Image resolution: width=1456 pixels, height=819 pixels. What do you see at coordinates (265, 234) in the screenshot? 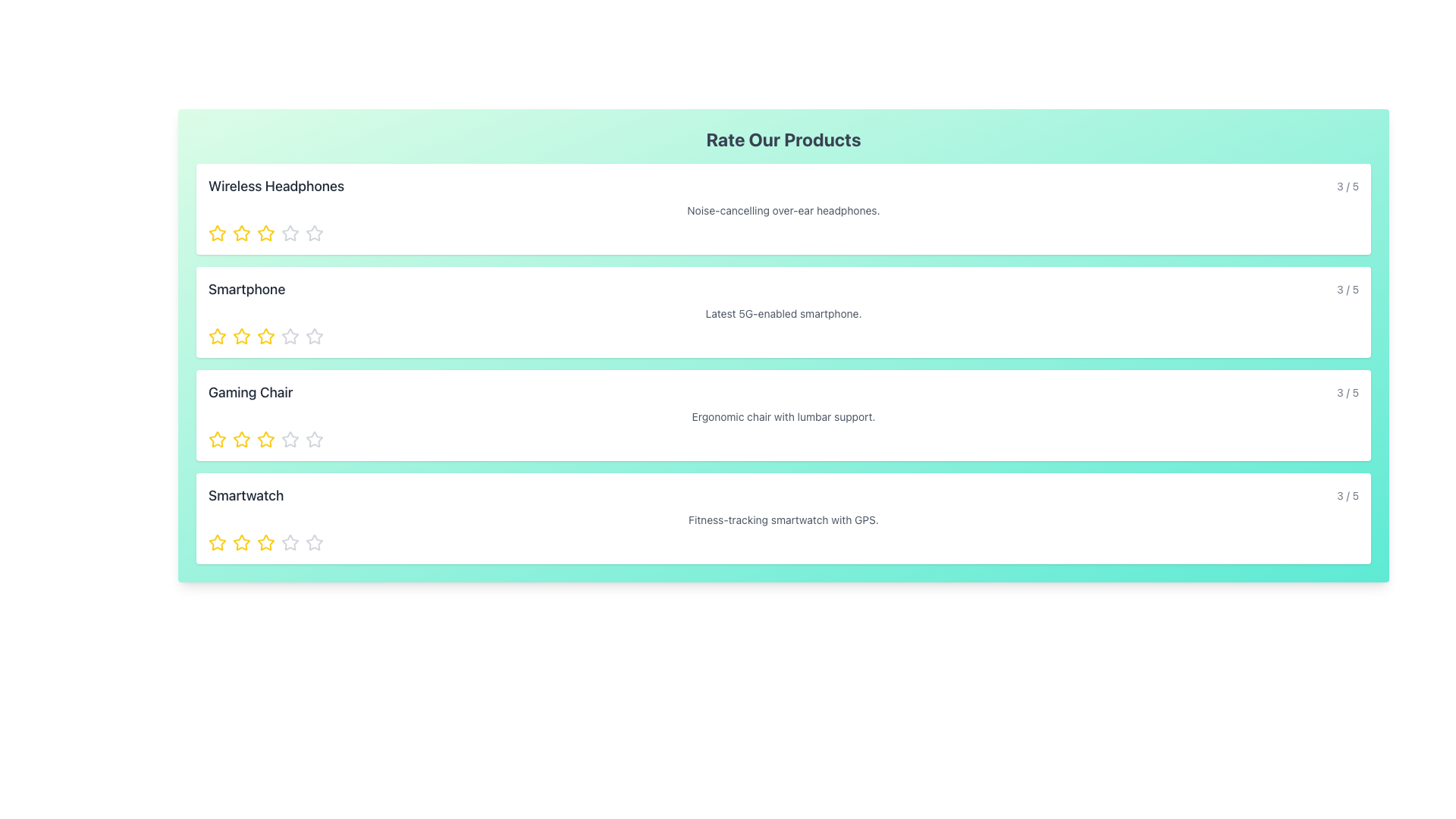
I see `the third star in the rating system under the 'Wireless Headphones' section to assign a rating value` at bounding box center [265, 234].